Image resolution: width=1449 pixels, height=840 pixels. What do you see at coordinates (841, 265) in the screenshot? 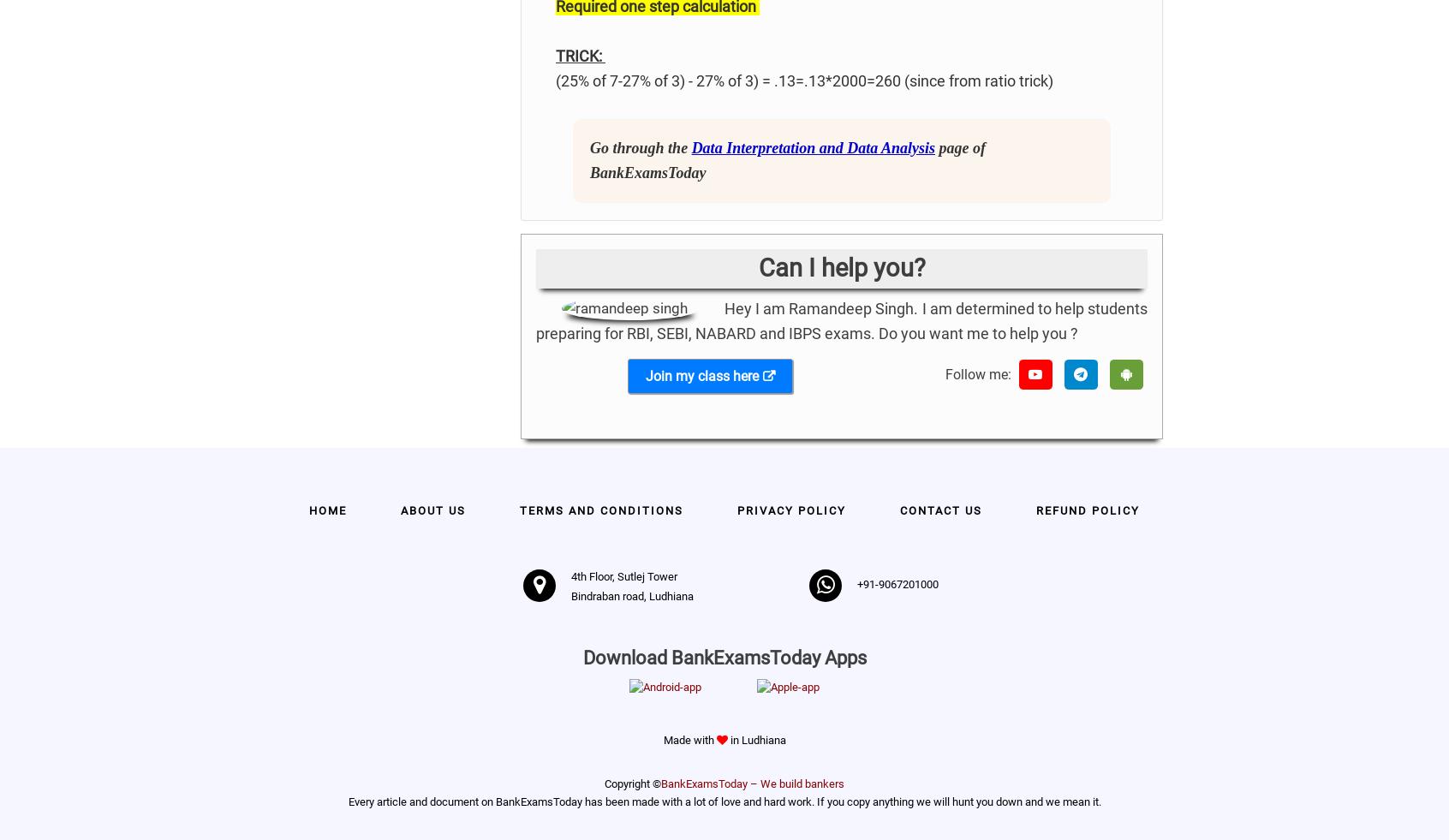
I see `'Can I help you?'` at bounding box center [841, 265].